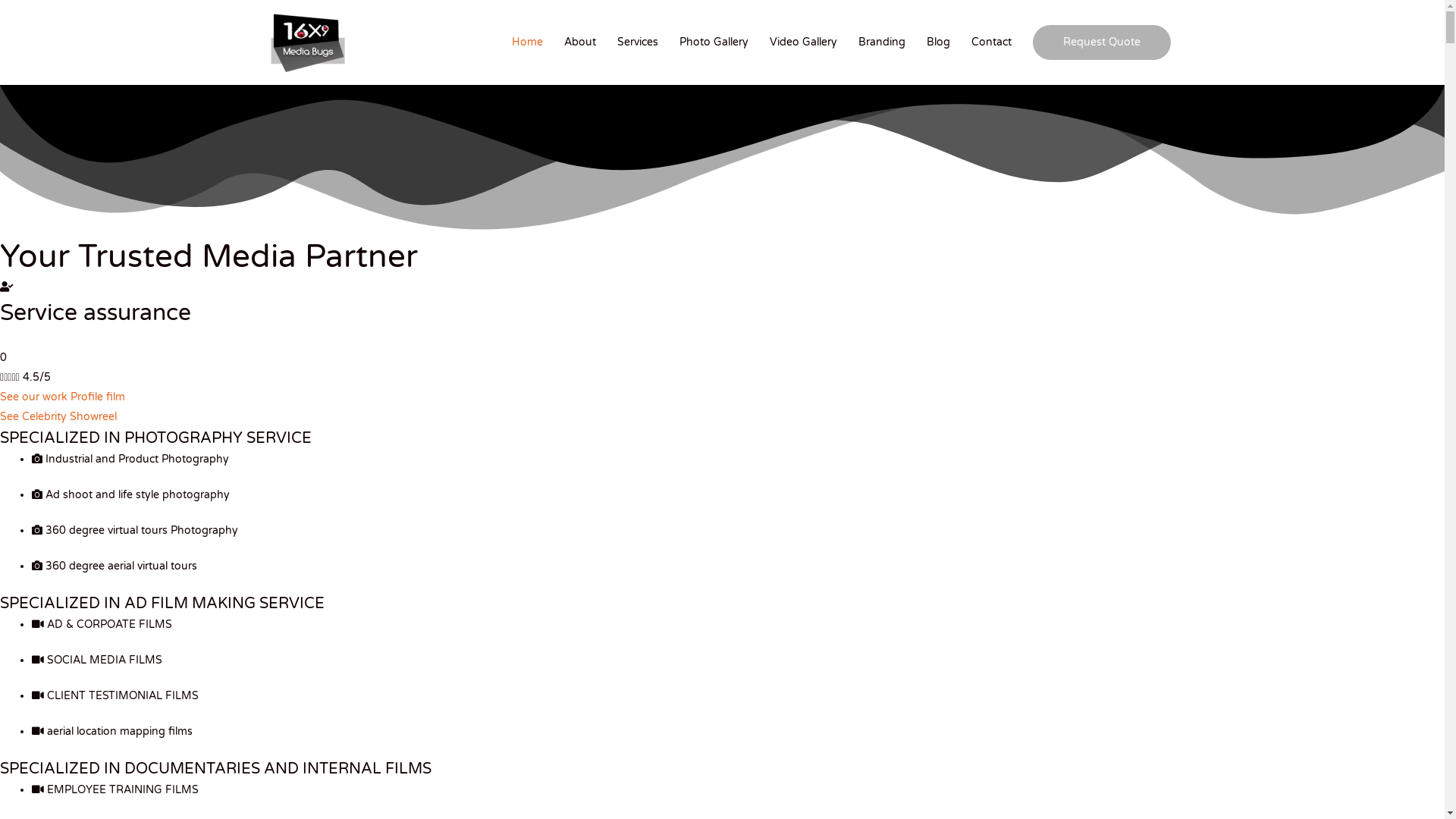  Describe the element at coordinates (58, 416) in the screenshot. I see `'See Celebrity Showreel'` at that location.